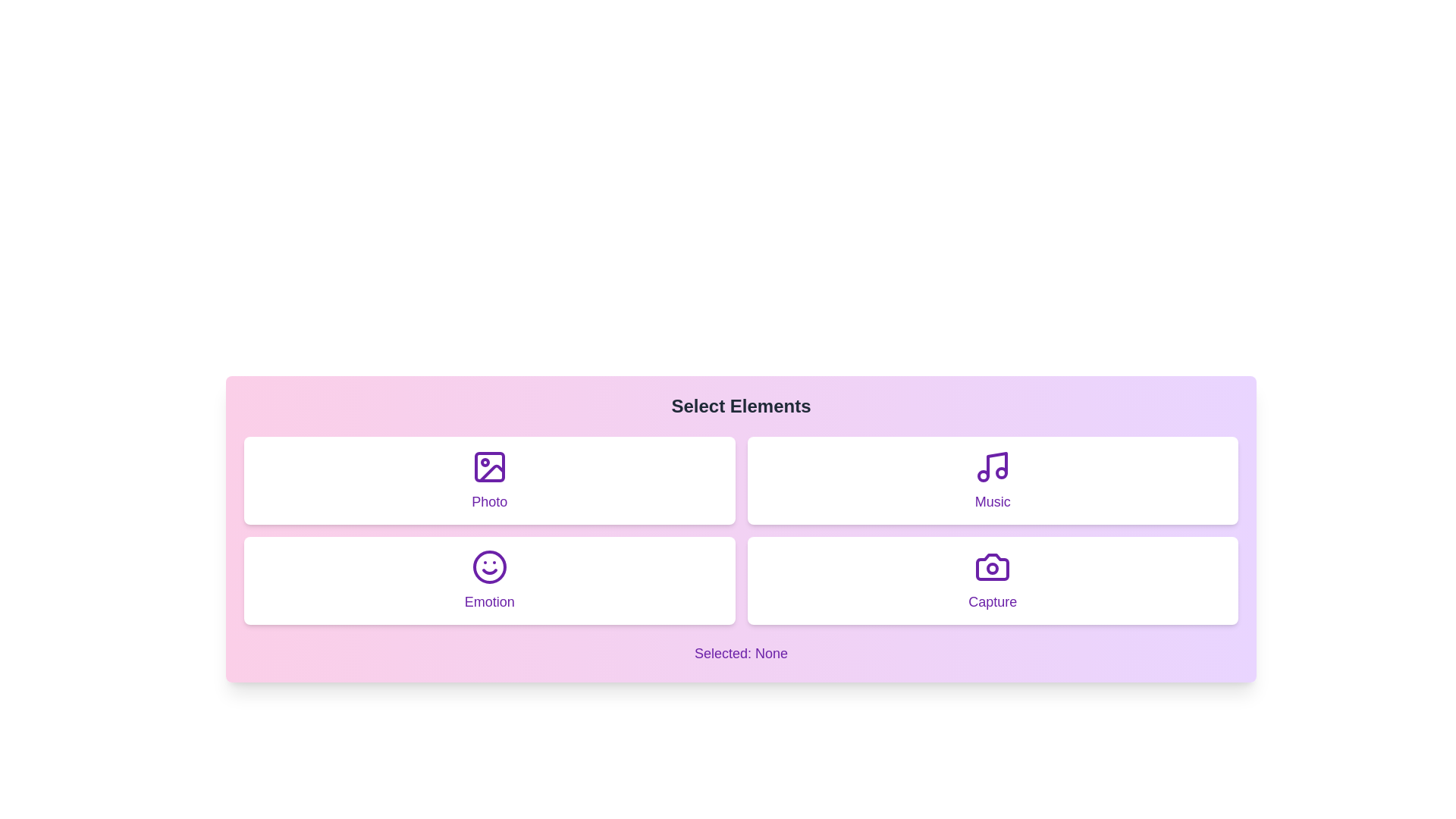 The width and height of the screenshot is (1456, 819). Describe the element at coordinates (489, 580) in the screenshot. I see `the element labeled Emotion` at that location.